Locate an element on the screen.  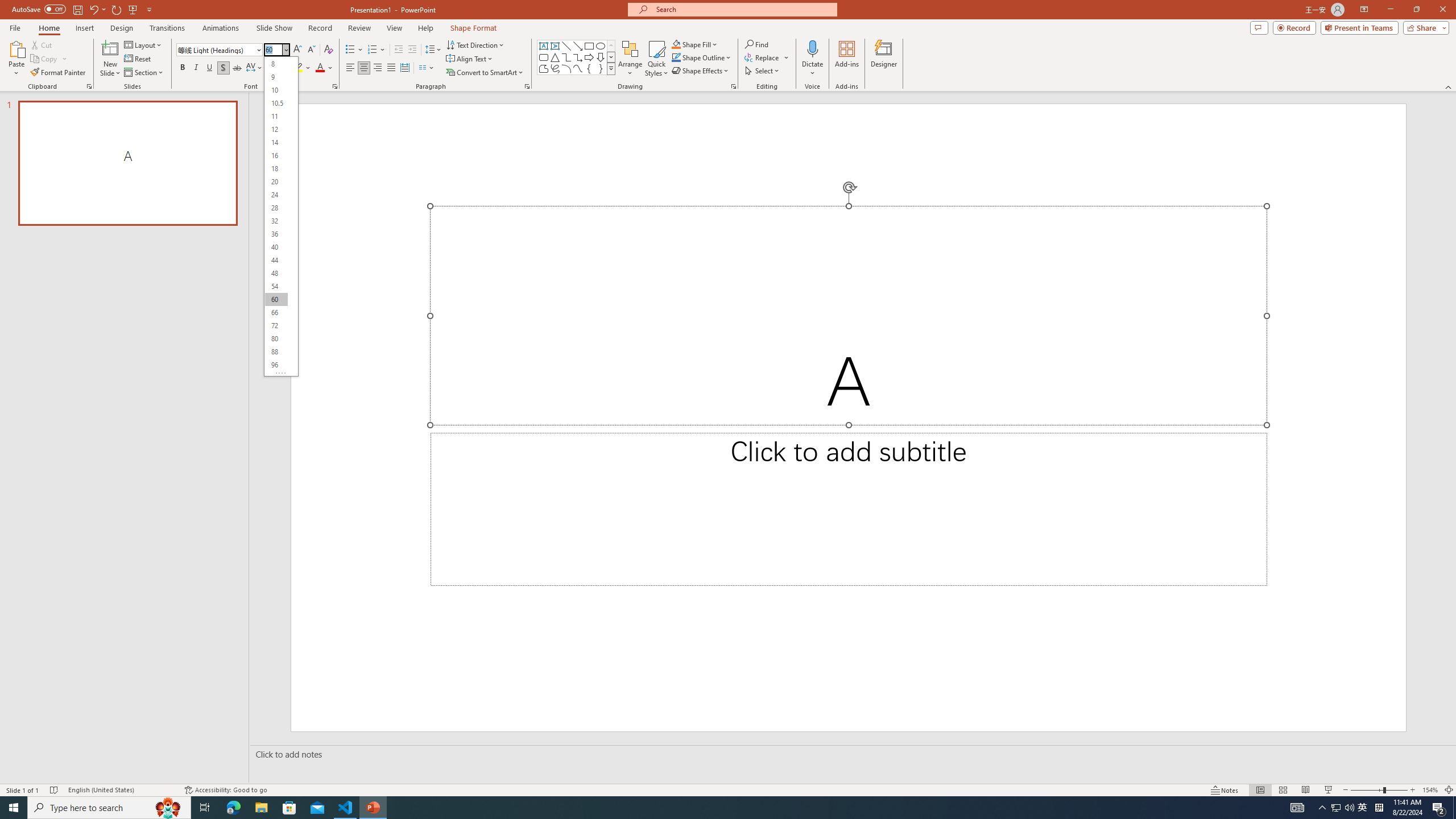
'20' is located at coordinates (276, 181).